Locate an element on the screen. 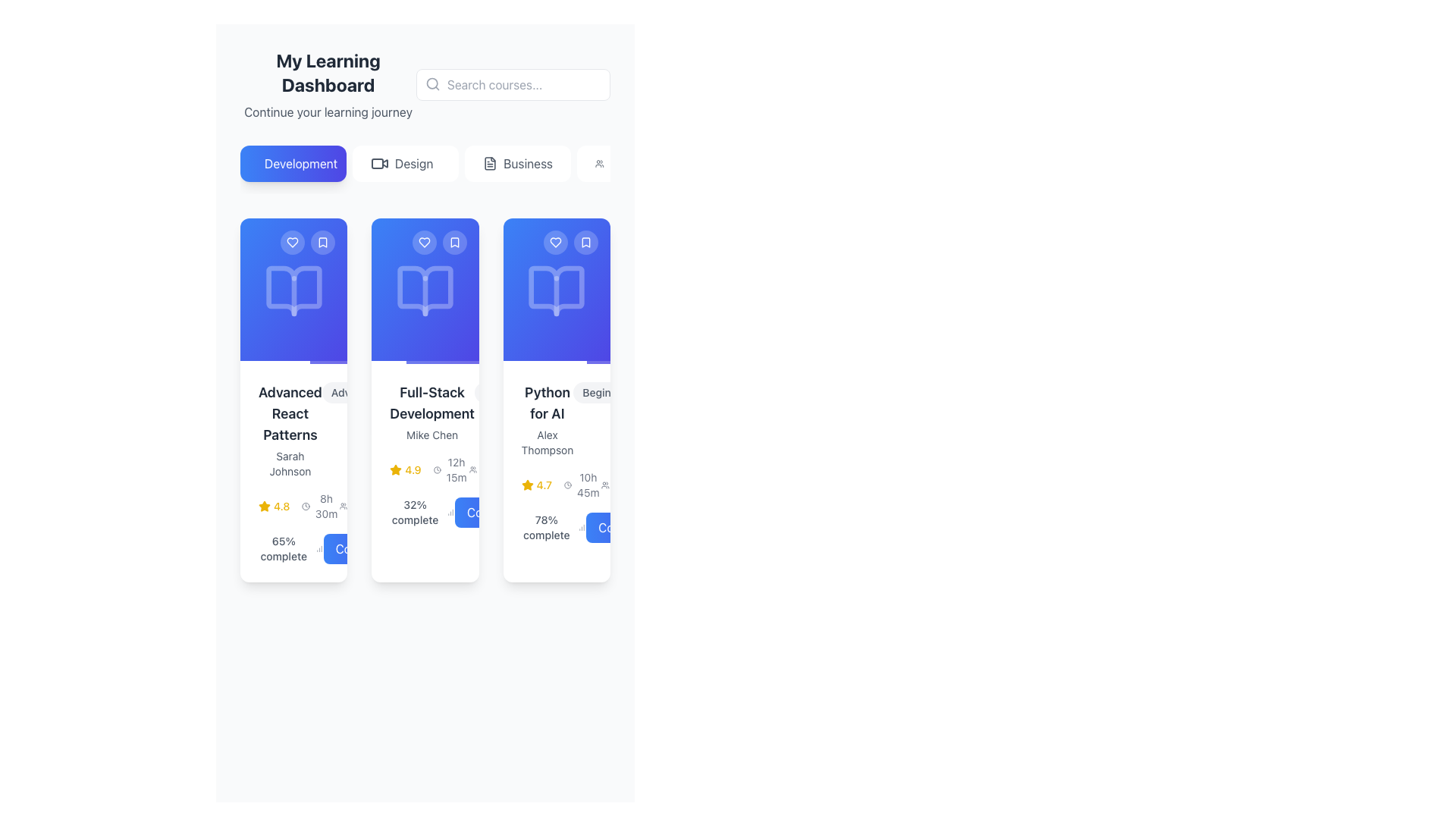 The height and width of the screenshot is (819, 1456). the progress bar located at the bottom of the 'Python for AI' card, which has a gradient from blue to indigo and indicates progress with a filled white section is located at coordinates (556, 362).